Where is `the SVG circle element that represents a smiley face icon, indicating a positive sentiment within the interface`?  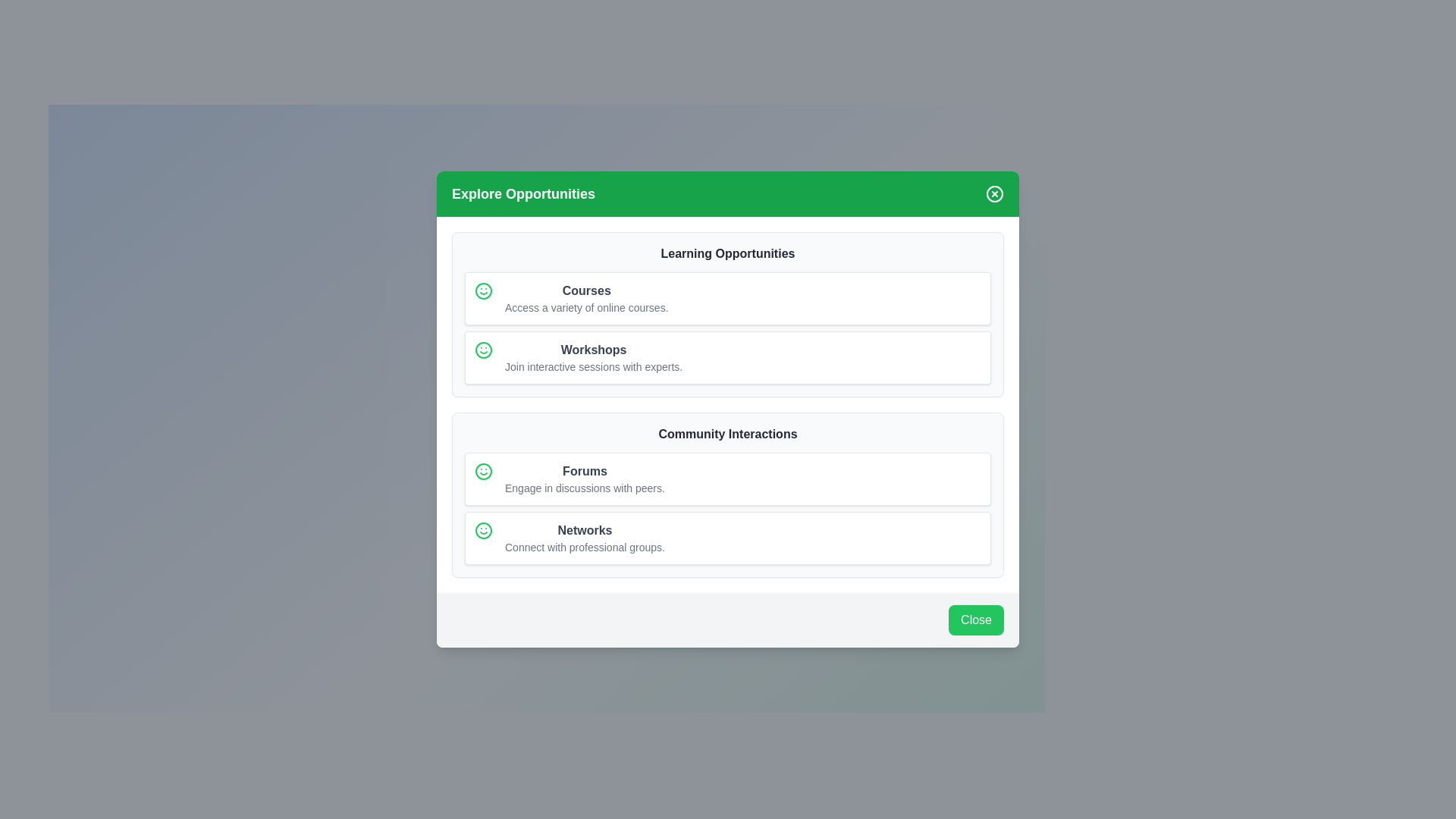
the SVG circle element that represents a smiley face icon, indicating a positive sentiment within the interface is located at coordinates (483, 350).